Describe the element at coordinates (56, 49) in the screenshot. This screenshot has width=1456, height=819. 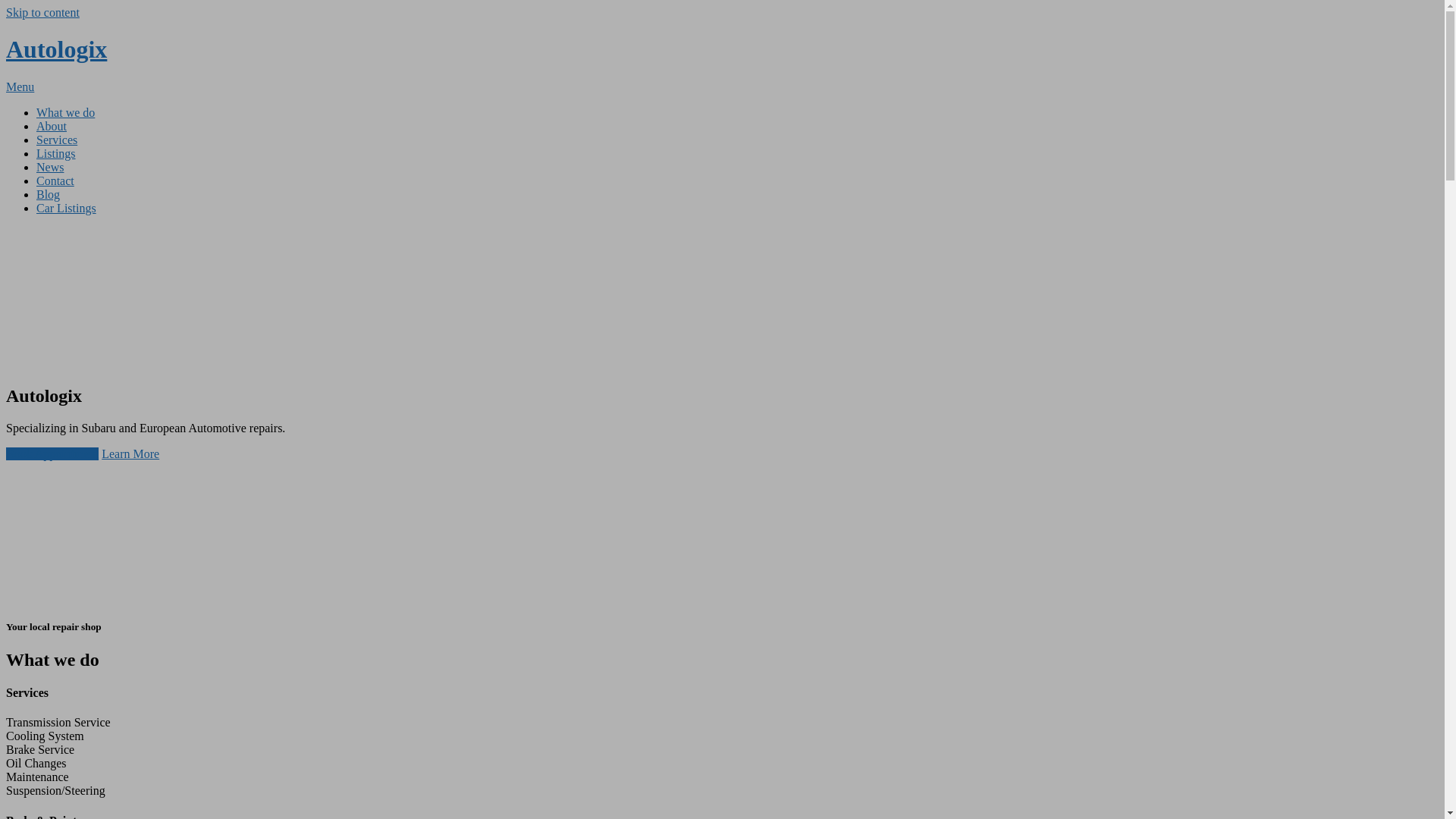
I see `'Autologix'` at that location.